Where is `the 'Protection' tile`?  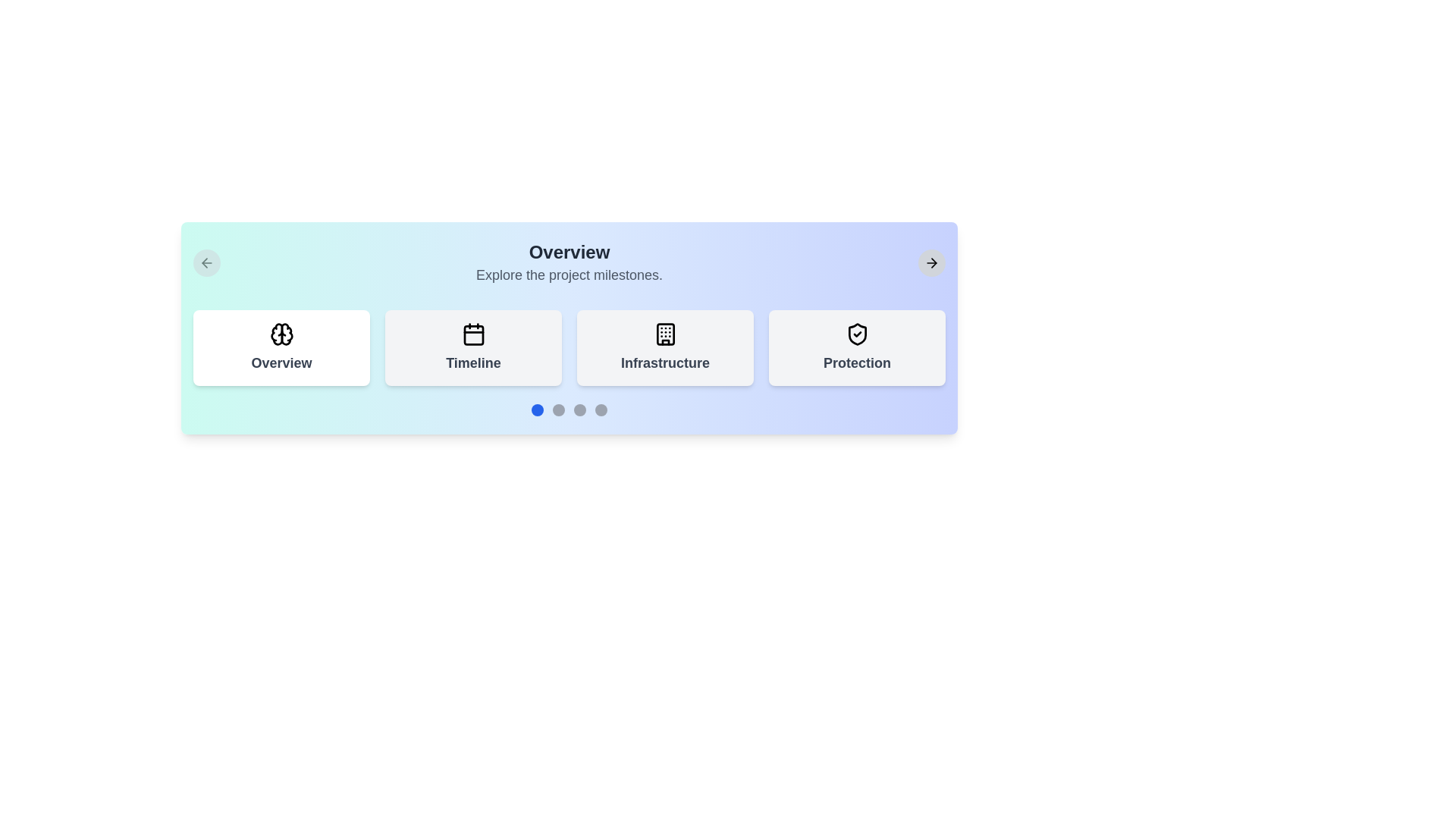
the 'Protection' tile is located at coordinates (857, 333).